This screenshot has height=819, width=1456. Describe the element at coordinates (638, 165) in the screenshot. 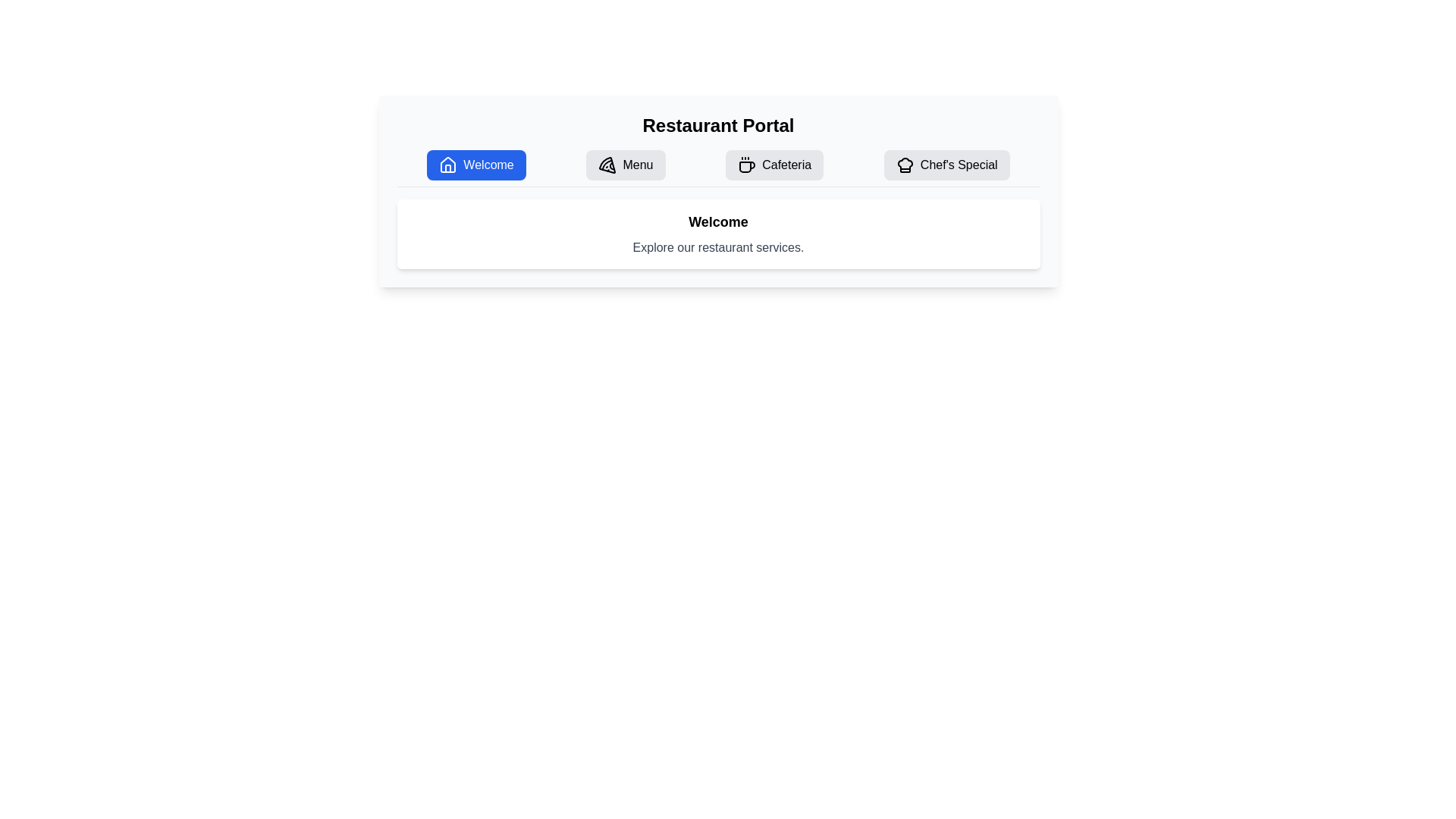

I see `the 'Menu' text label, which is part of a horizontally aligned menu bar and displays the word 'Menu' in black text on a light background` at that location.